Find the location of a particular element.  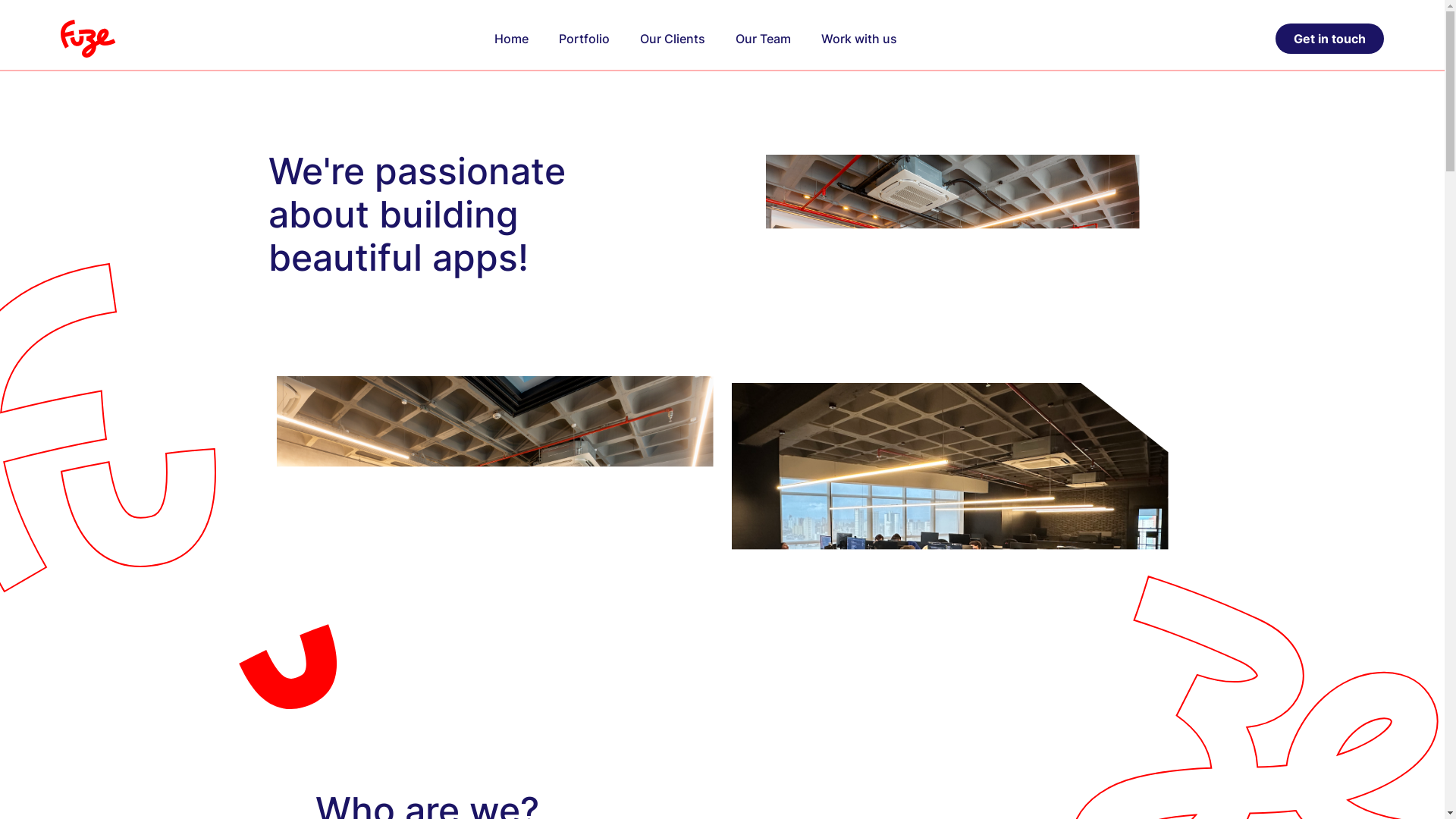

'Get in touch' is located at coordinates (1274, 37).